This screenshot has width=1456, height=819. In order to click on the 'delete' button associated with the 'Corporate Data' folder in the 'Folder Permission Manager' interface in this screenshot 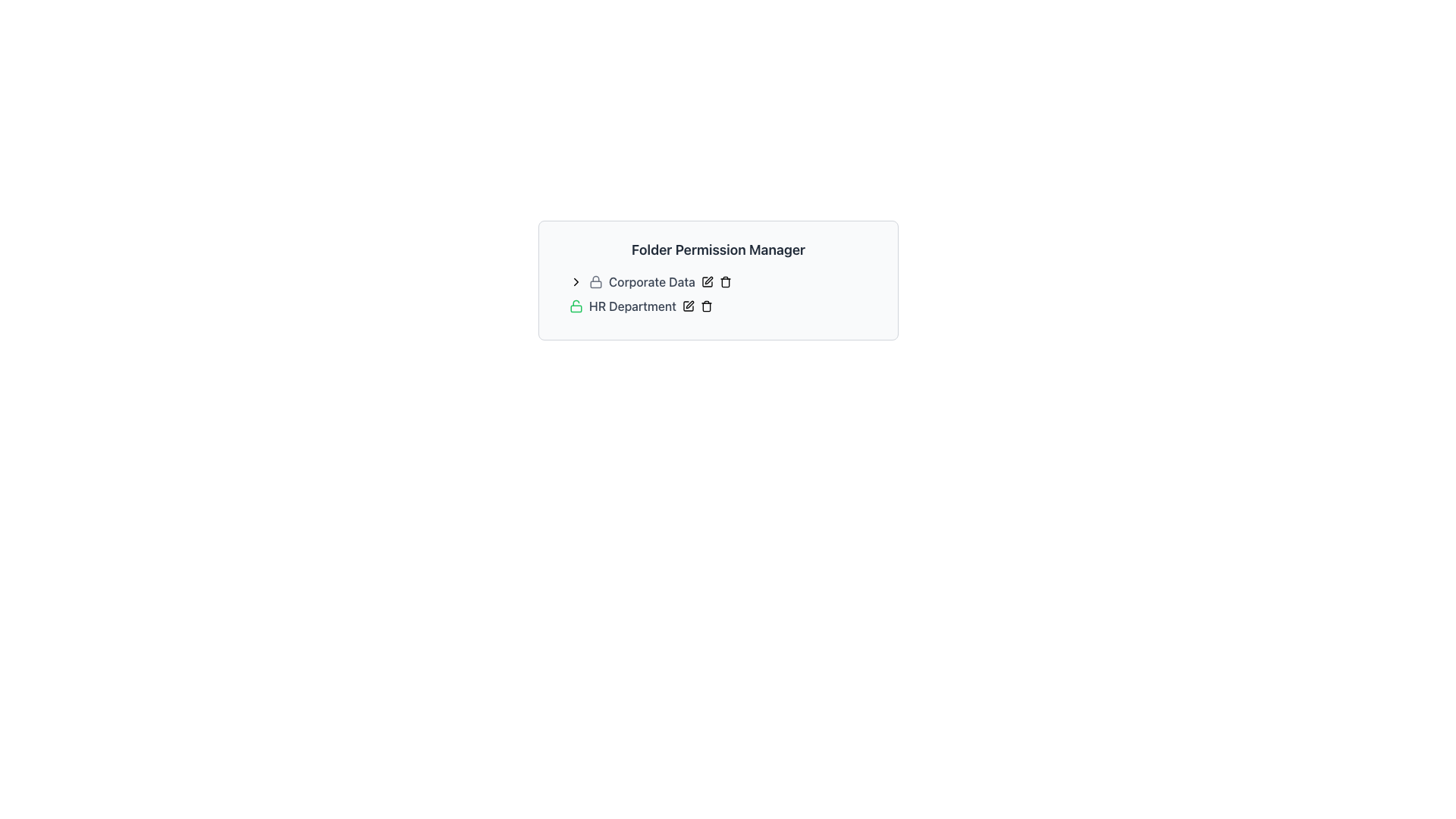, I will do `click(724, 281)`.